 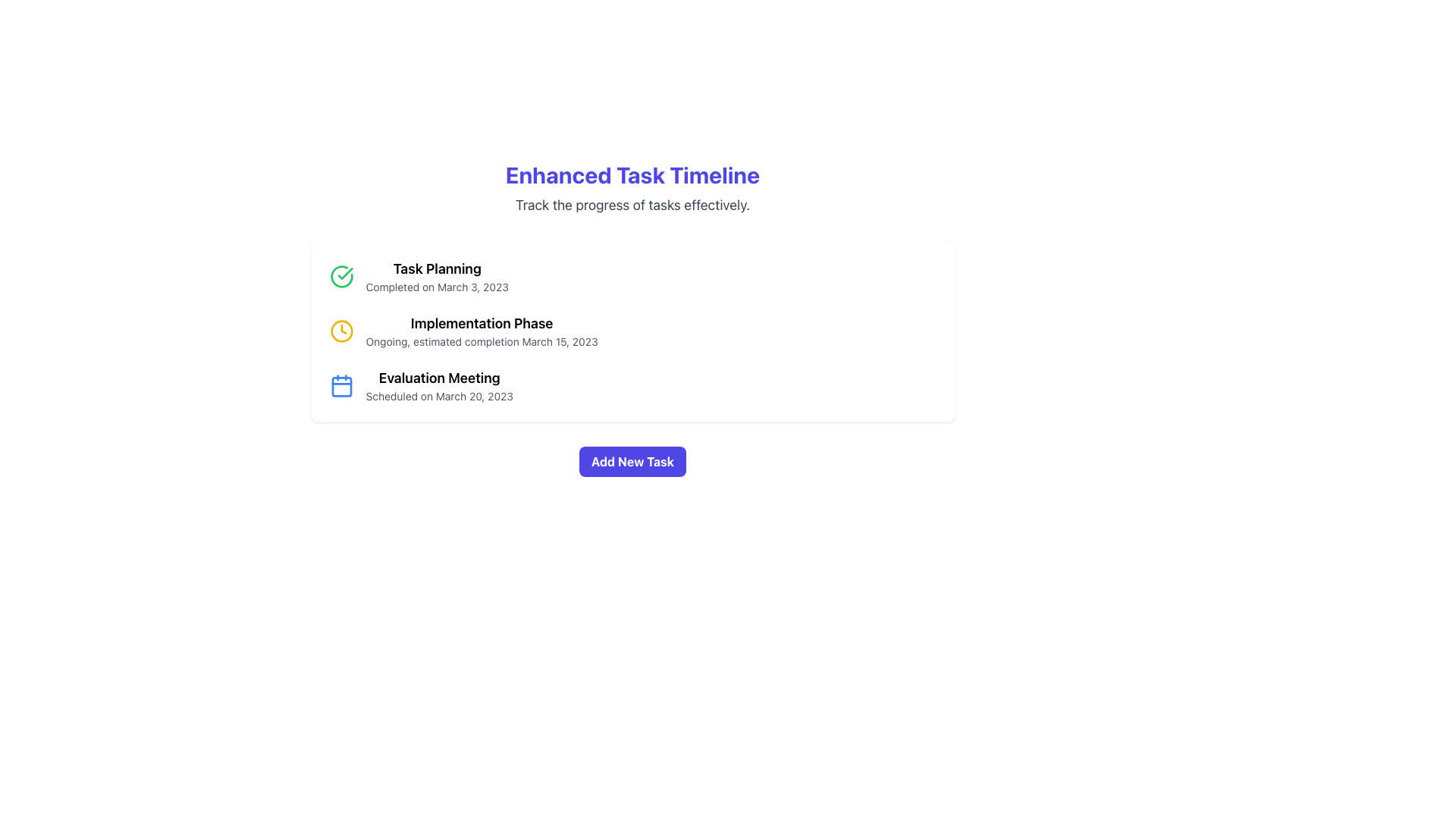 I want to click on the button that initiates the process of adding a new task to the timeline, located at the bottom of the layout, so click(x=632, y=461).